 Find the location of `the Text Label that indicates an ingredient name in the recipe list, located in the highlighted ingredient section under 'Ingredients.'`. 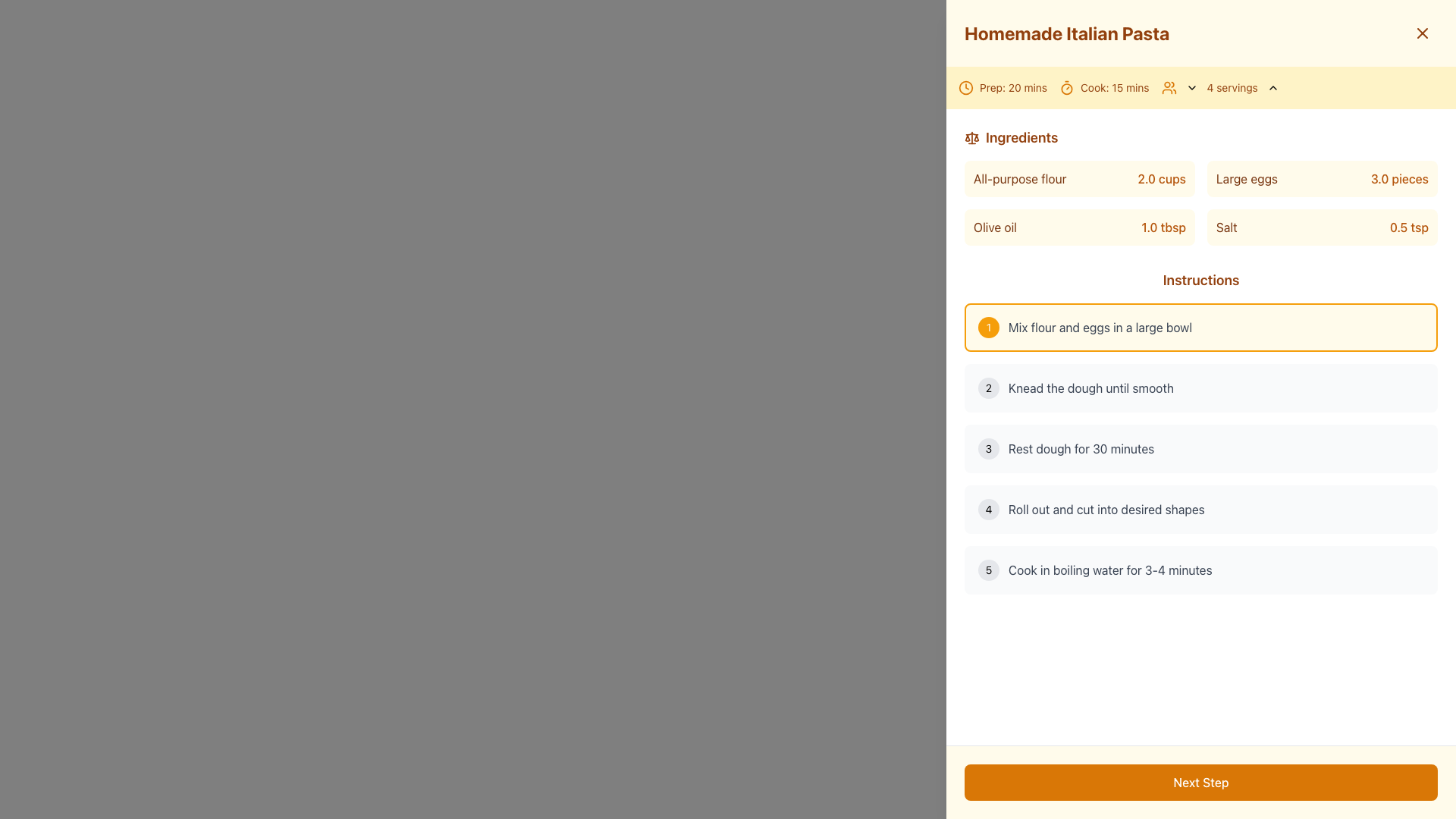

the Text Label that indicates an ingredient name in the recipe list, located in the highlighted ingredient section under 'Ingredients.' is located at coordinates (1226, 227).